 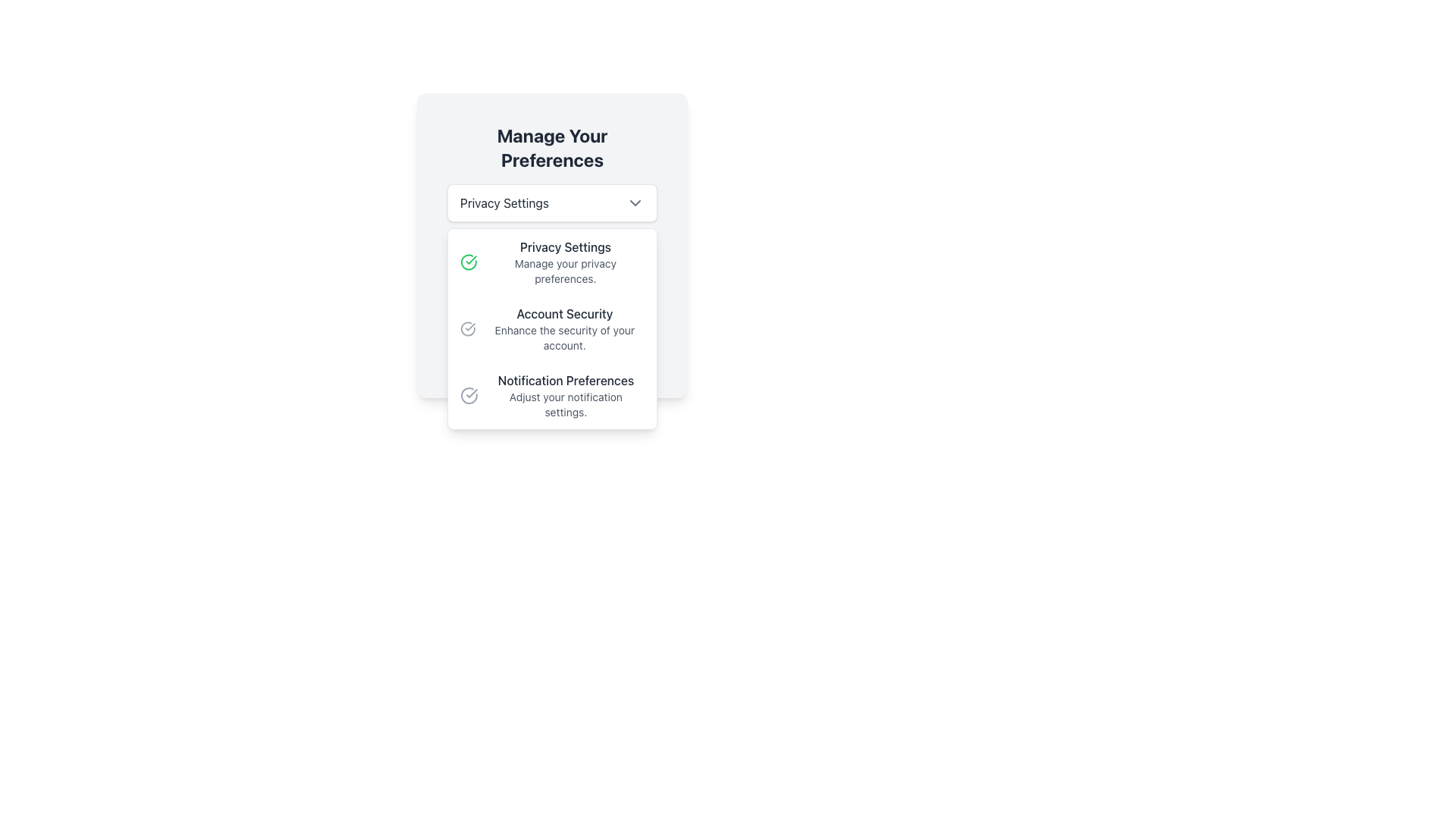 I want to click on the text label that provides a brief description for the privacy preferences setting option, located directly underneath the 'Privacy Settings' heading in the dropdown panel, so click(x=564, y=271).